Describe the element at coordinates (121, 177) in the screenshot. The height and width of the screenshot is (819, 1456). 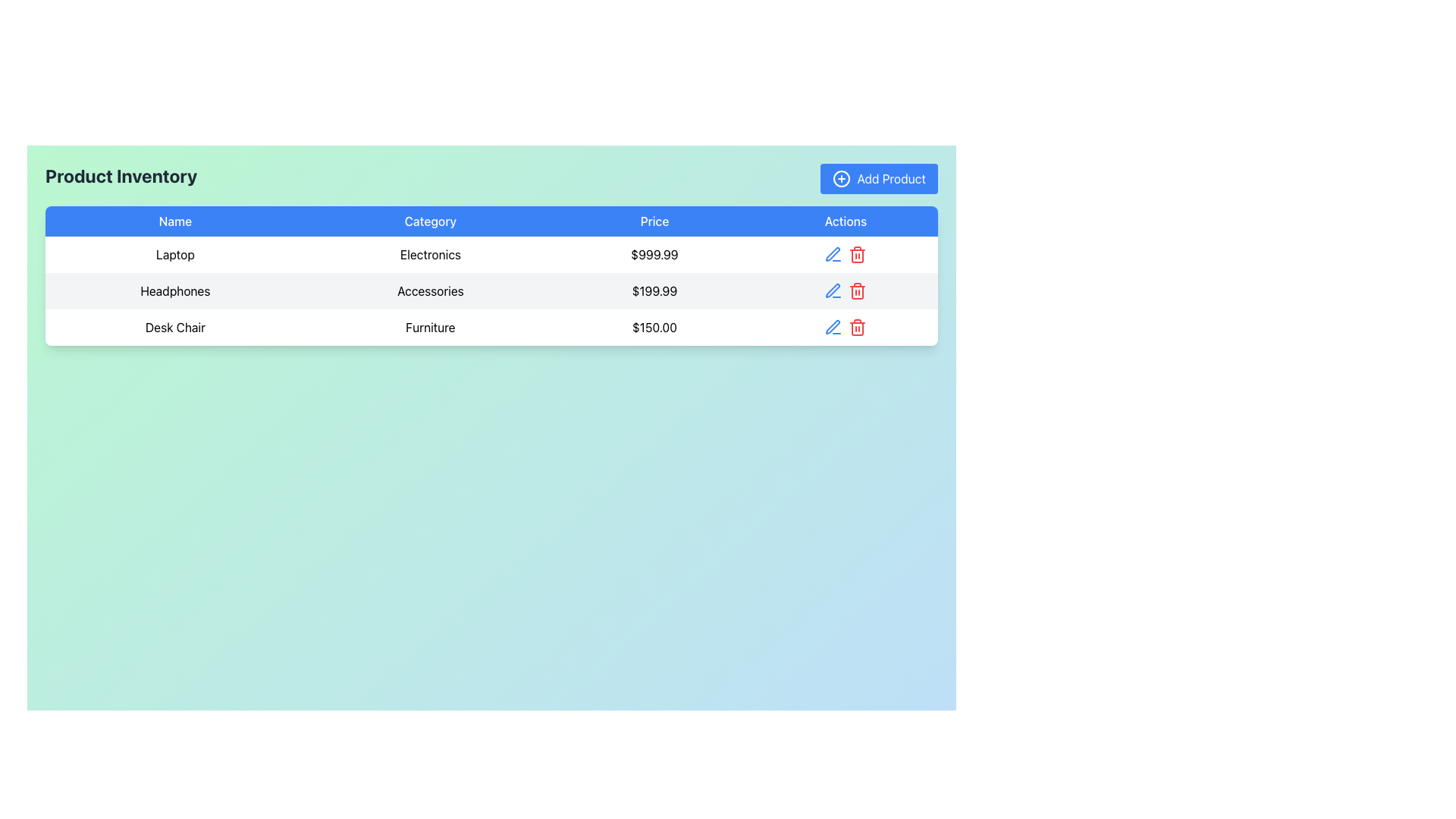
I see `displayed information from the heading that indicates the section deals with 'Product Inventory'` at that location.